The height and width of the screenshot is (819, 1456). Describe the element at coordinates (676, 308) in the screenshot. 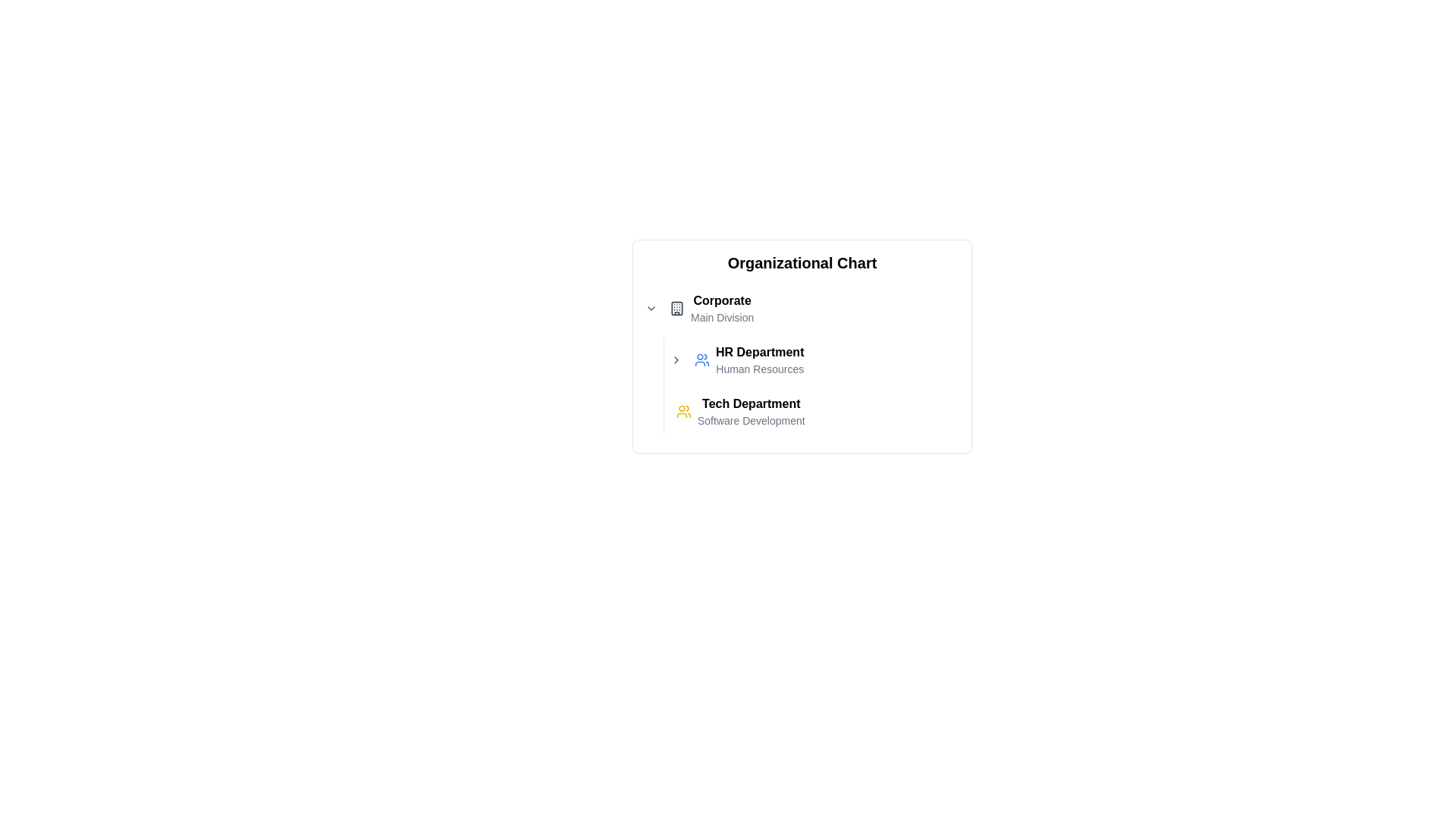

I see `the 20x20 pixel building icon, which has a dark gray filled rectangular base and small circular features, located to the left of the text 'Corporate' and 'Main Division'` at that location.